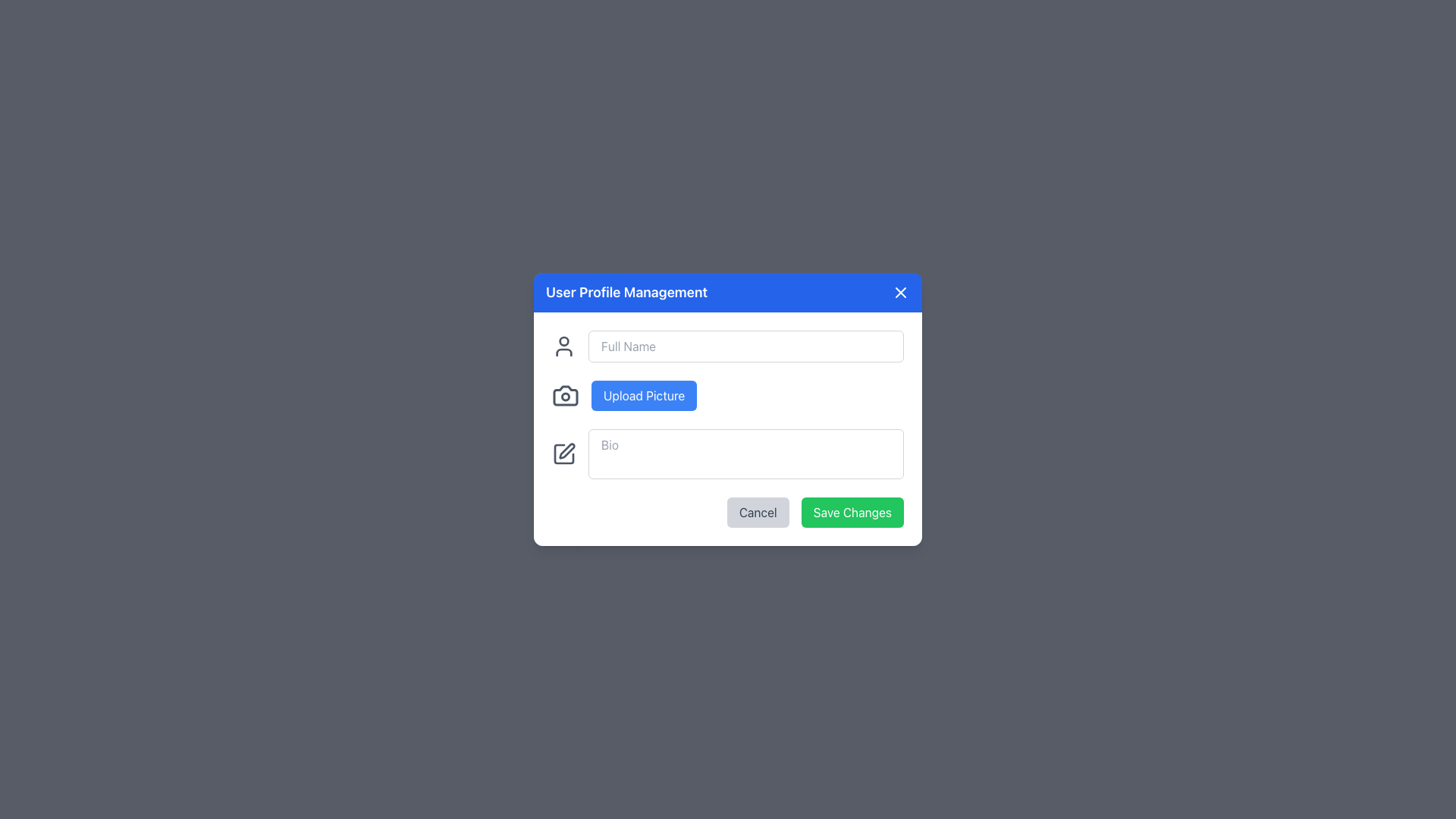 The height and width of the screenshot is (819, 1456). What do you see at coordinates (563, 353) in the screenshot?
I see `the SVG Icon that serves as a visual indicator for the 'Full Name' input field in the 'User Profile Management' modal dialog box` at bounding box center [563, 353].